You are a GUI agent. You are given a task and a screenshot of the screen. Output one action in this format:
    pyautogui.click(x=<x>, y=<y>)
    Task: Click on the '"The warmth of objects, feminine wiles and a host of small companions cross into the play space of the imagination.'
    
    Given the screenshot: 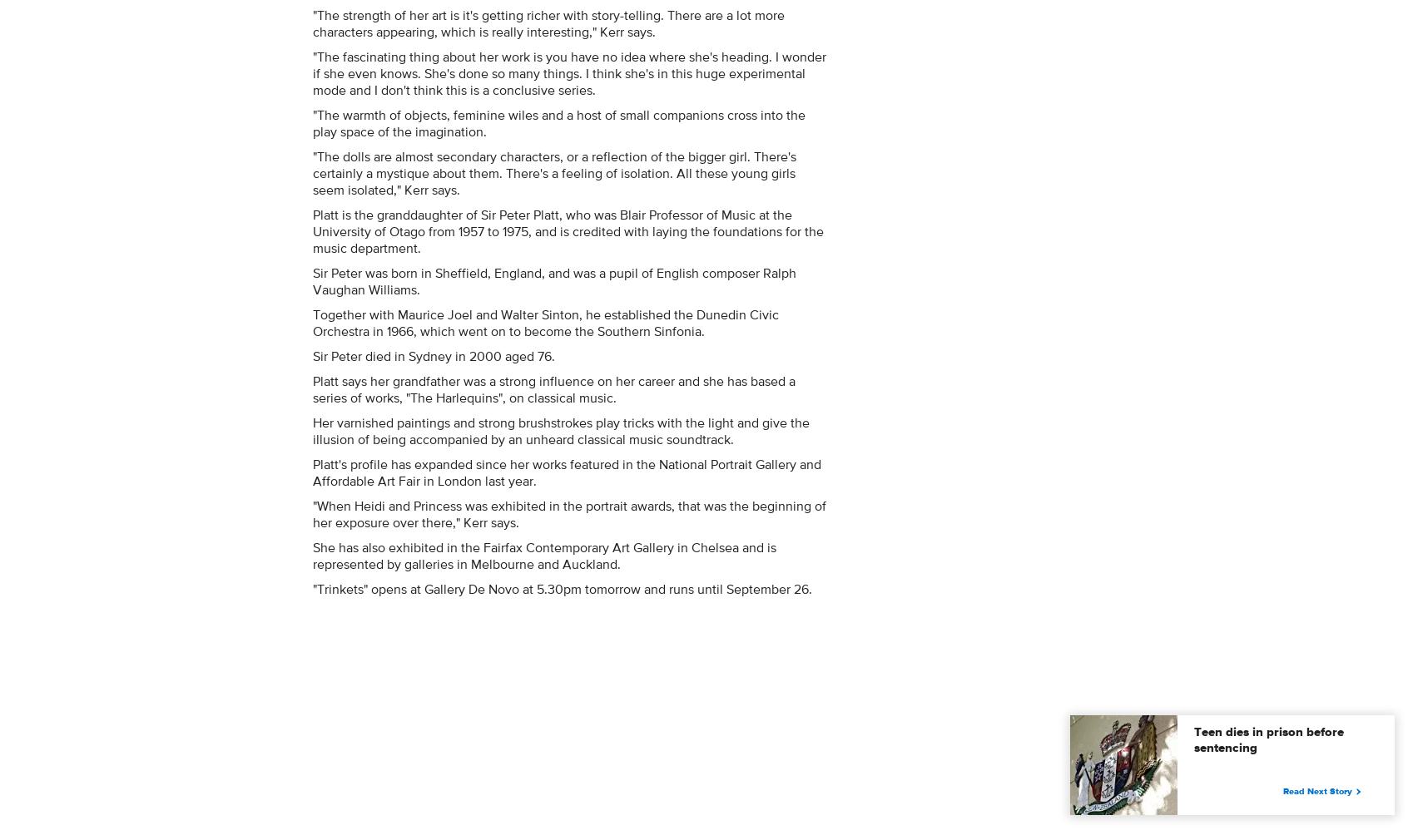 What is the action you would take?
    pyautogui.click(x=559, y=121)
    